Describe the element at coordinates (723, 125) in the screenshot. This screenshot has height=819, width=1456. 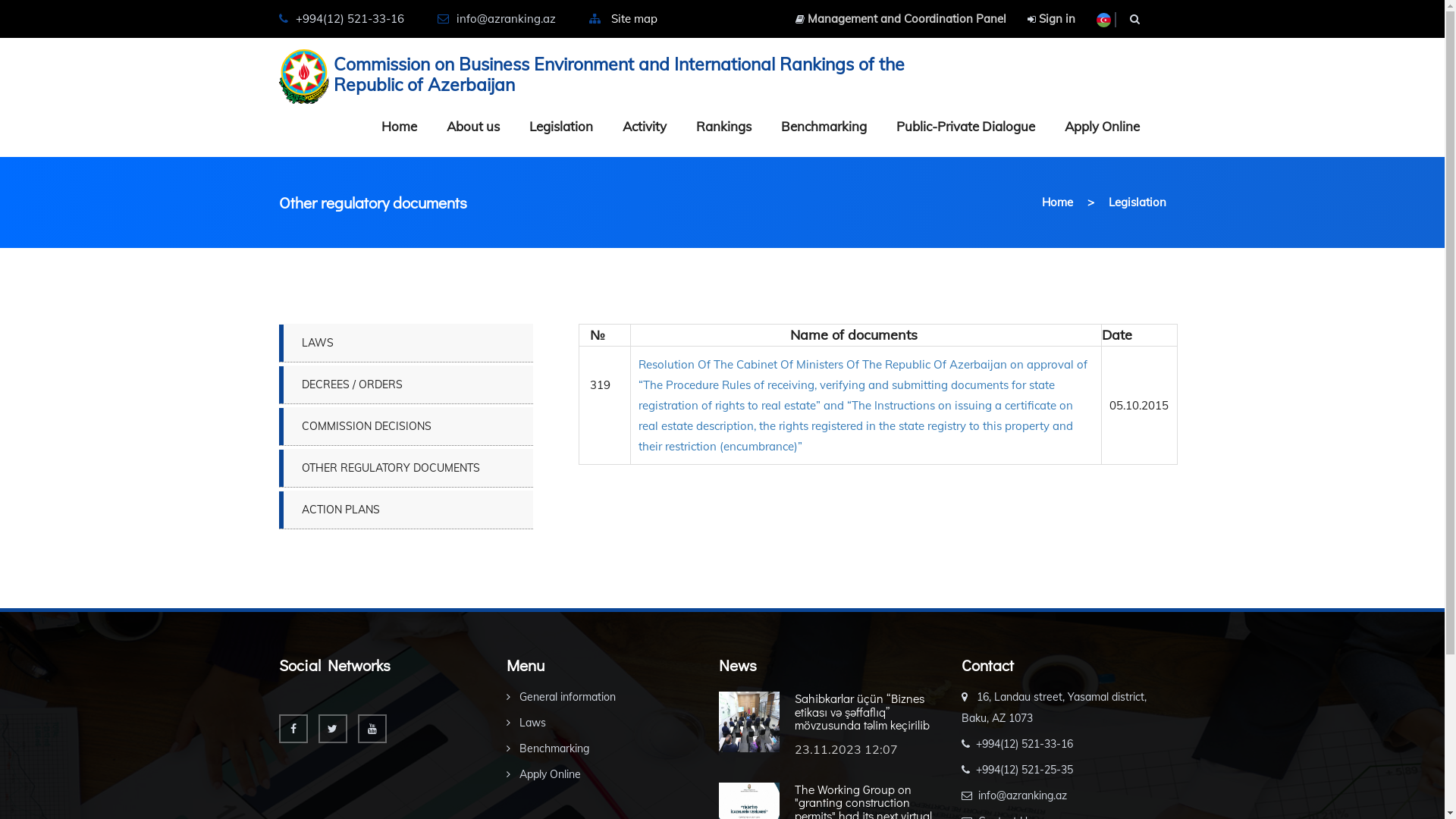
I see `'Rankings'` at that location.